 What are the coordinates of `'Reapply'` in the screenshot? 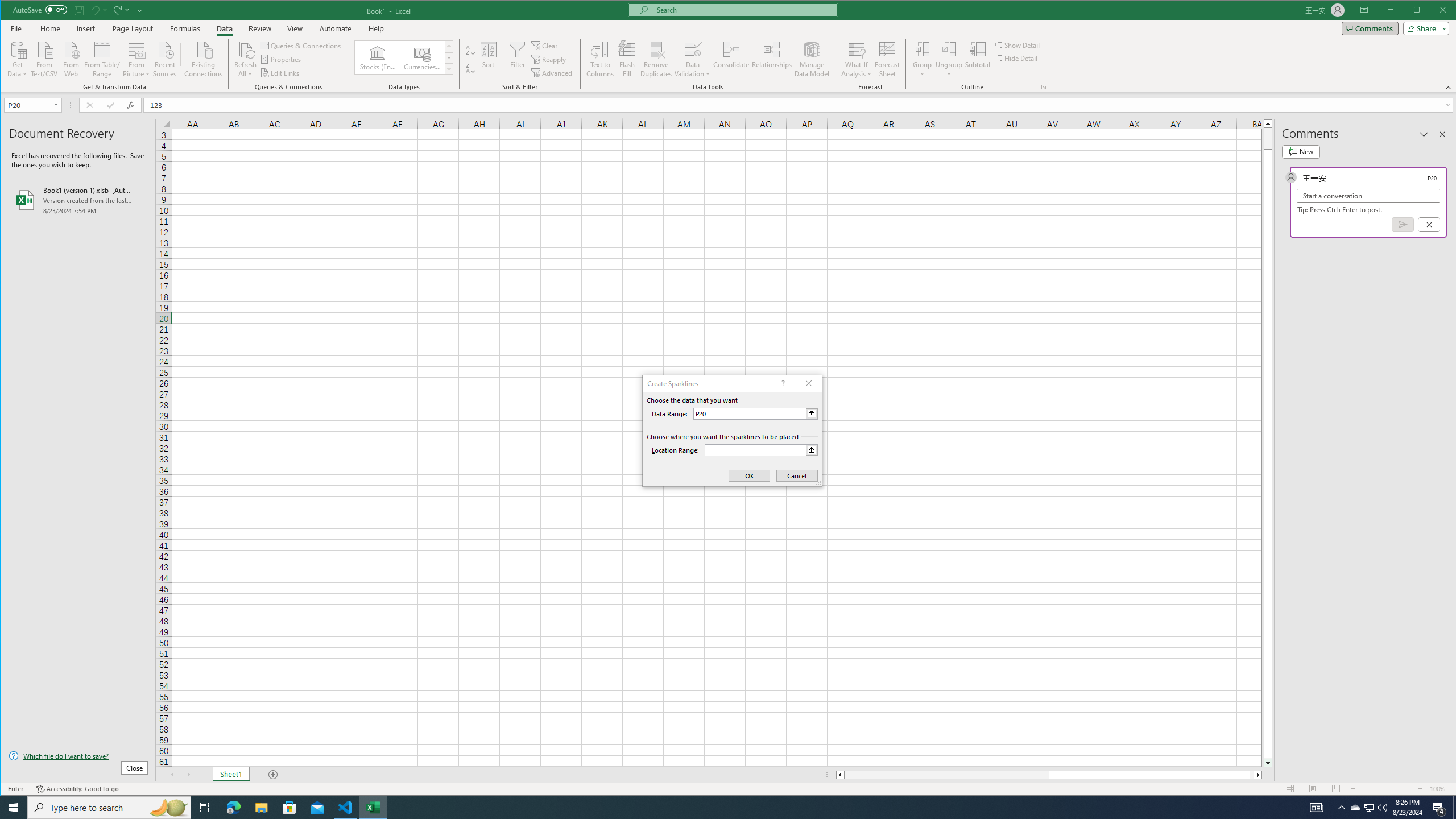 It's located at (549, 59).